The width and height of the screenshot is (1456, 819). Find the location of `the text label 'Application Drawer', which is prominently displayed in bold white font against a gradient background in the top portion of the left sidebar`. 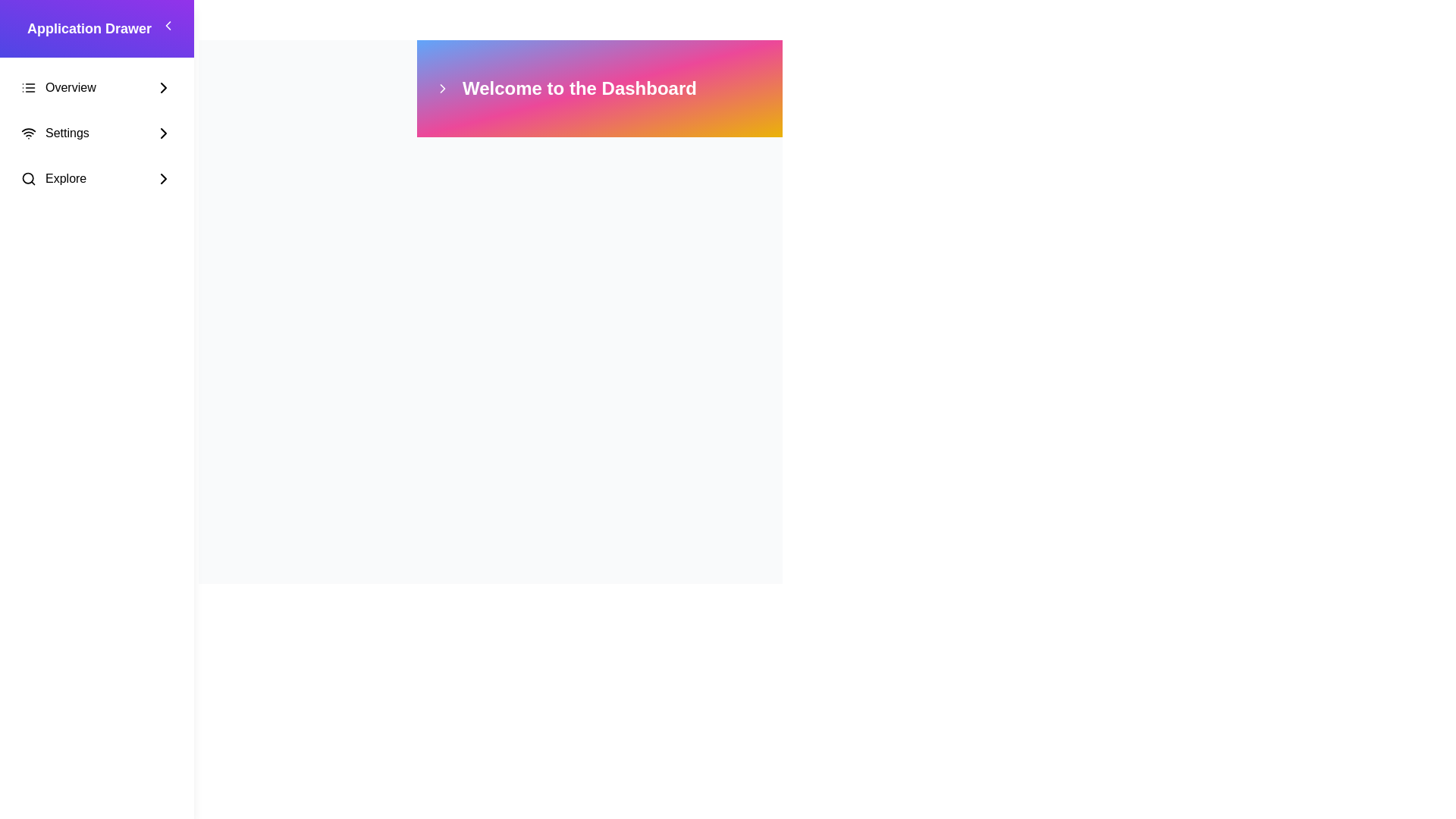

the text label 'Application Drawer', which is prominently displayed in bold white font against a gradient background in the top portion of the left sidebar is located at coordinates (96, 29).